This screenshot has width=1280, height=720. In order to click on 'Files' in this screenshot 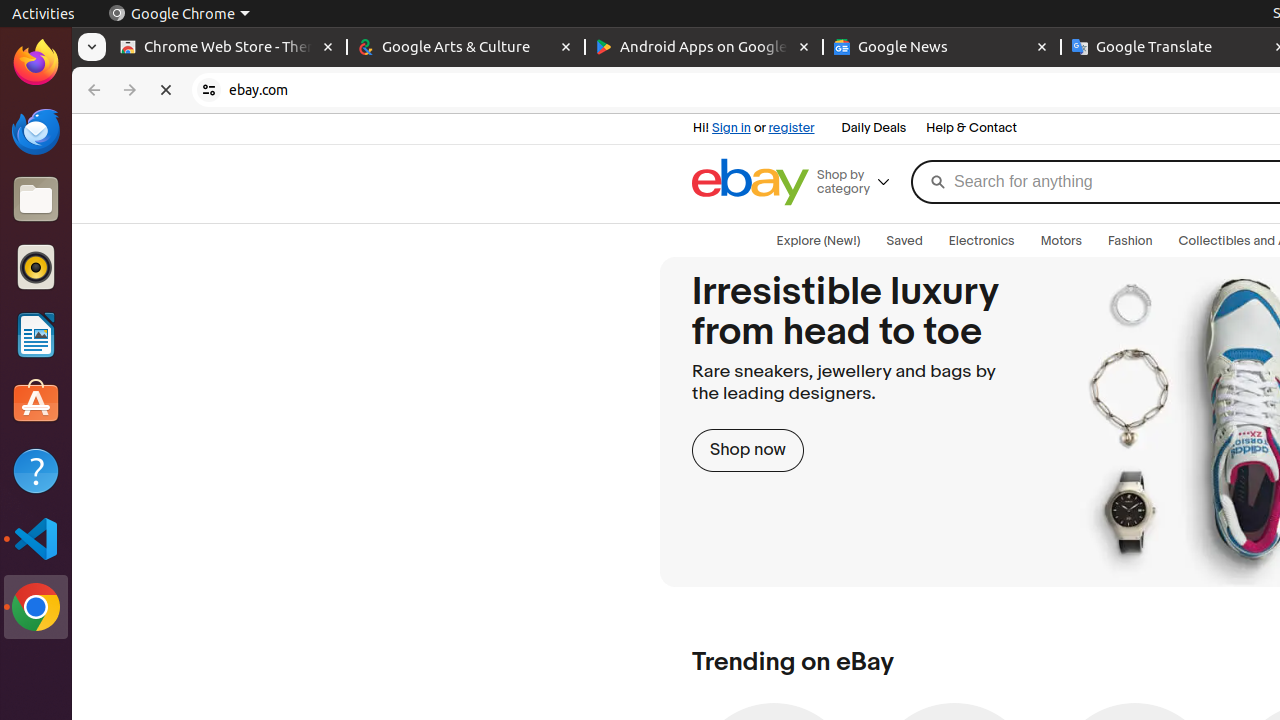, I will do `click(35, 199)`.